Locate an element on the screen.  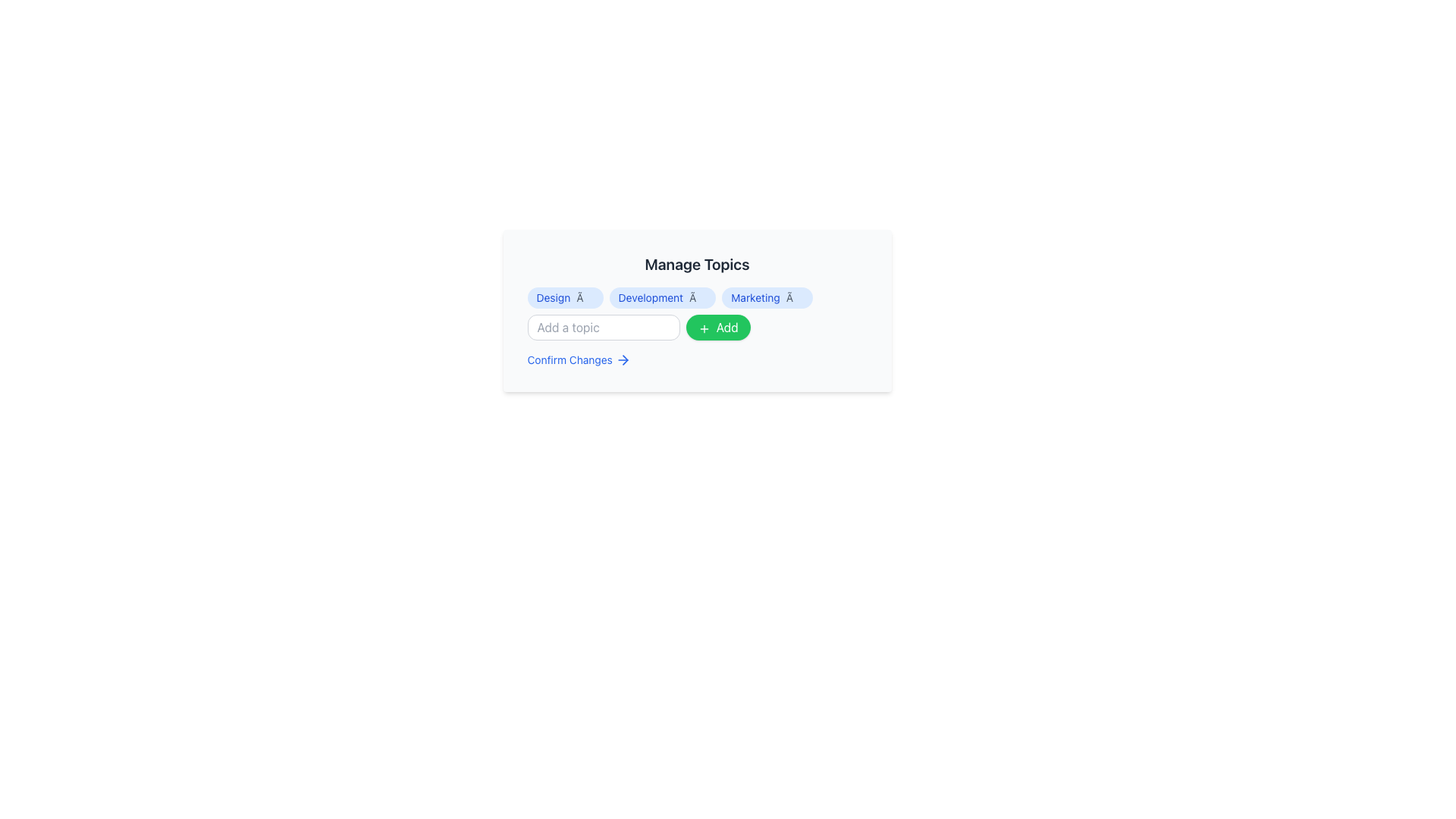
the '×' icon on the Pill-shaped label representing 'Development' is located at coordinates (662, 298).